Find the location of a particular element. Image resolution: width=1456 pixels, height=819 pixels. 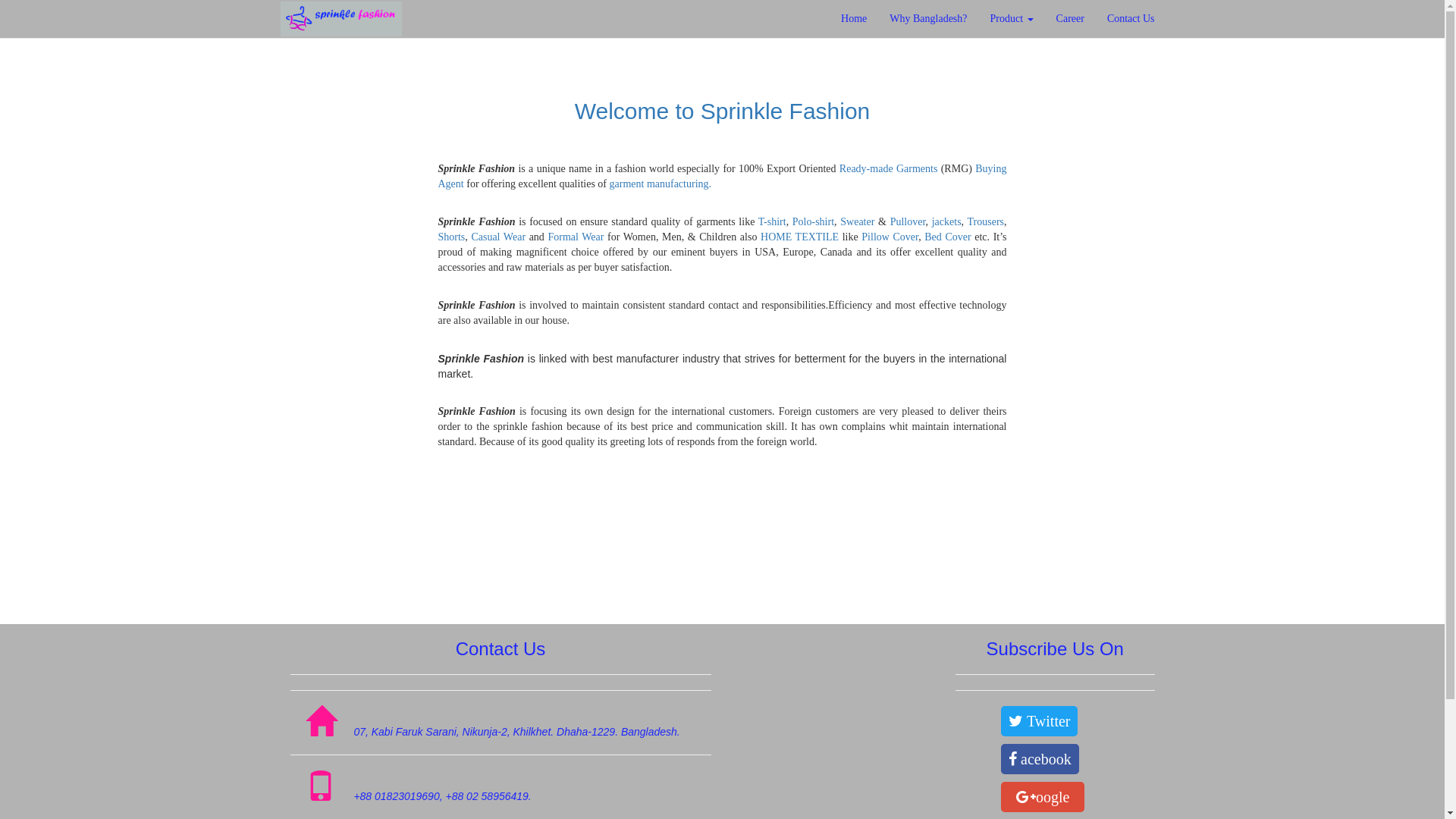

'Pillow Cover' is located at coordinates (890, 237).